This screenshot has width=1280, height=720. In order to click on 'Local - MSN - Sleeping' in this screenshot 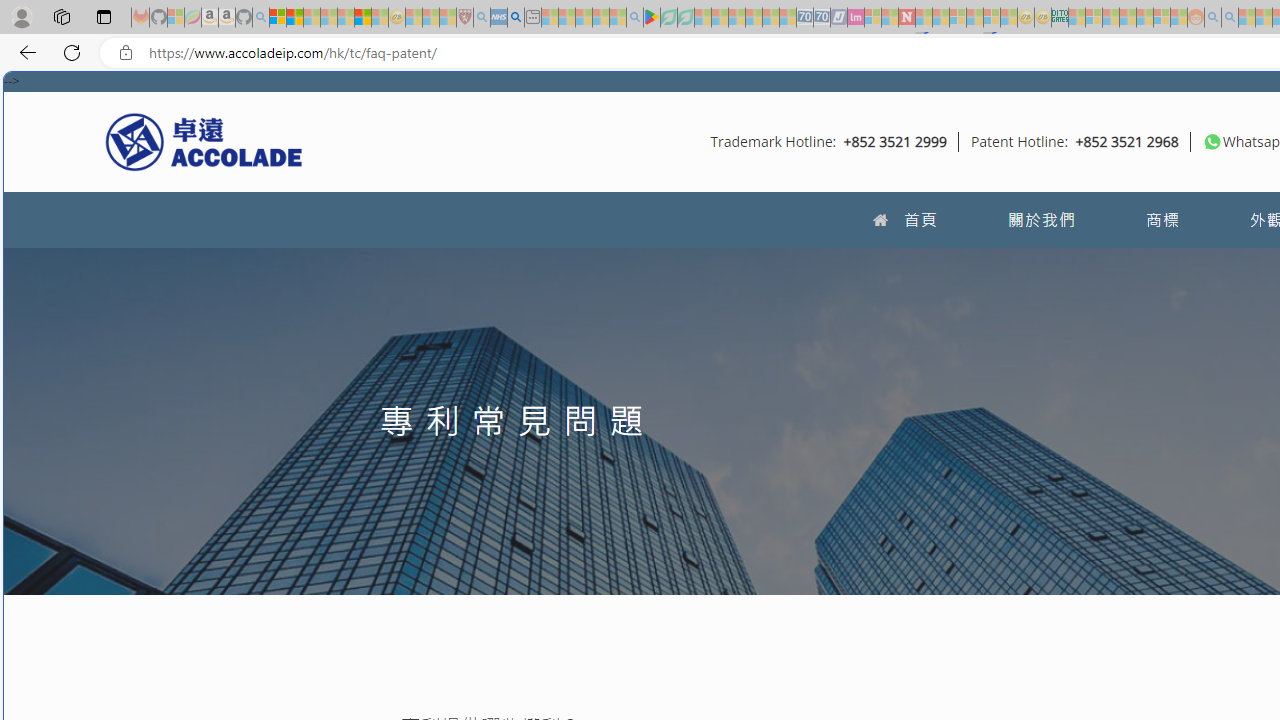, I will do `click(447, 17)`.